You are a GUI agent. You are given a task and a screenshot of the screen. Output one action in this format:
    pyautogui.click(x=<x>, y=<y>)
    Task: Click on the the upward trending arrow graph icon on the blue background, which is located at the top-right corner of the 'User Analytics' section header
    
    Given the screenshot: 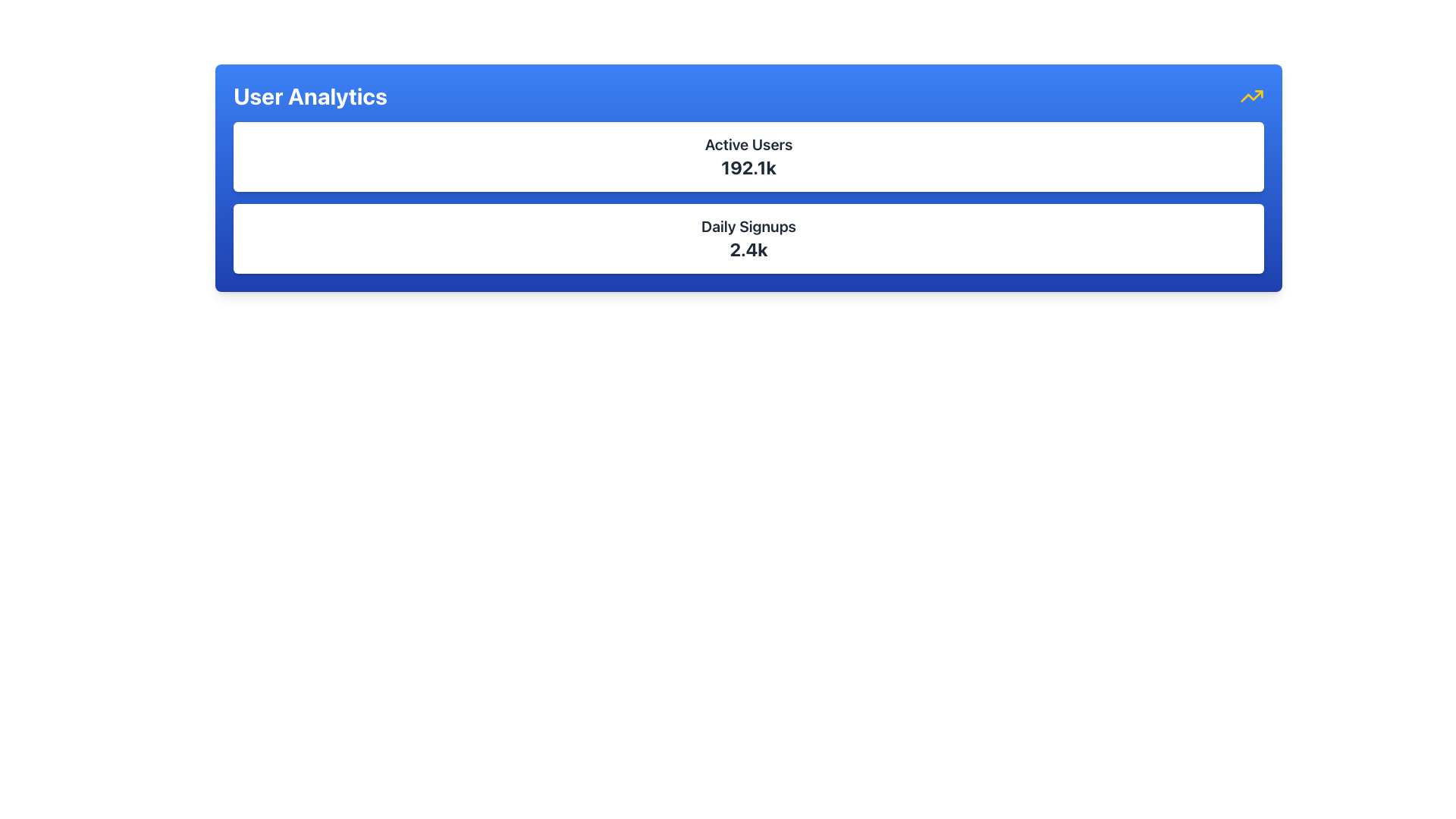 What is the action you would take?
    pyautogui.click(x=1252, y=96)
    